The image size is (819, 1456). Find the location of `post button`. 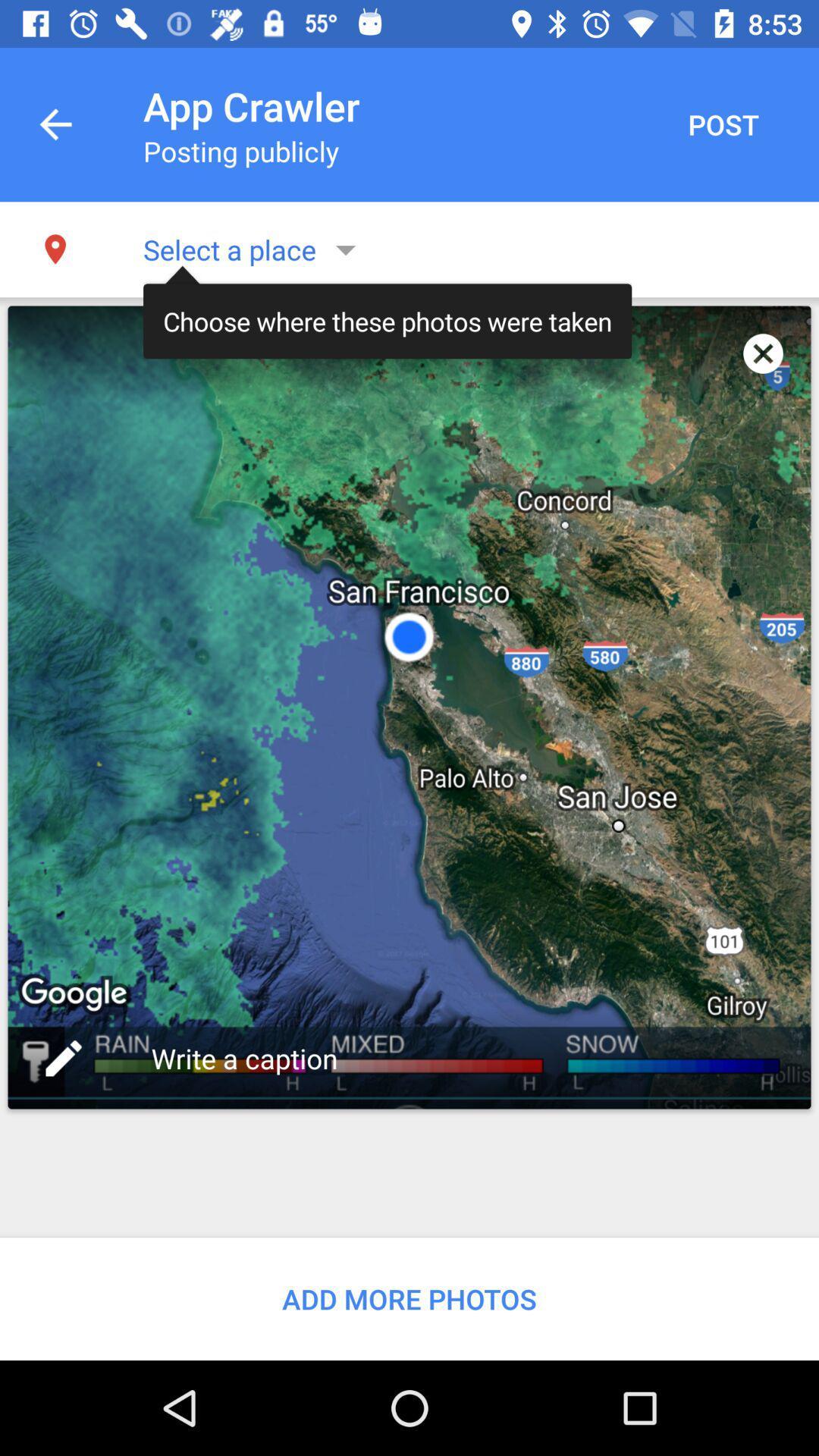

post button is located at coordinates (722, 124).